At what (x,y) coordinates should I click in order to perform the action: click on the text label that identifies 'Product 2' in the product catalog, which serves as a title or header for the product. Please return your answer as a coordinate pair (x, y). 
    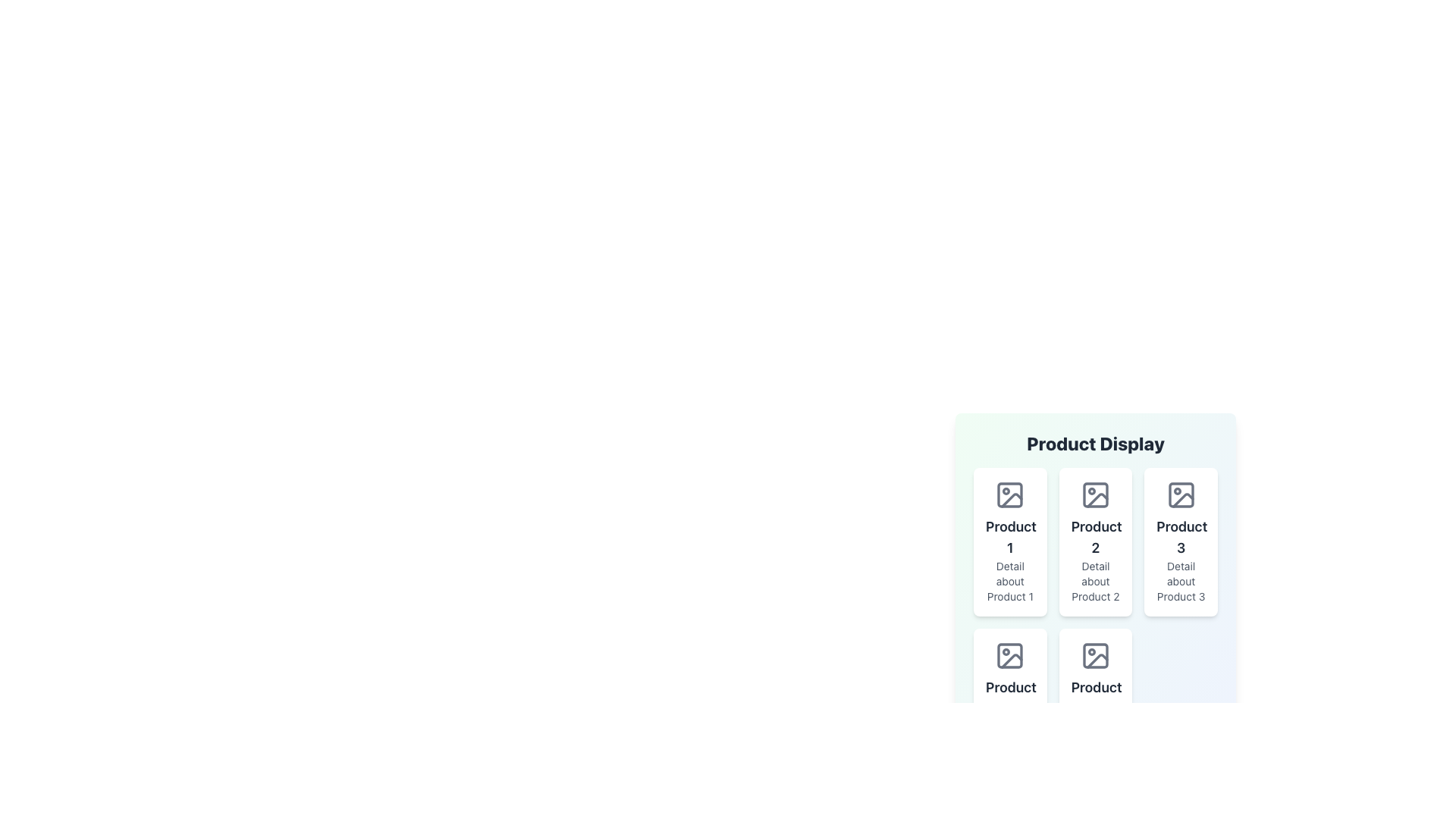
    Looking at the image, I should click on (1095, 537).